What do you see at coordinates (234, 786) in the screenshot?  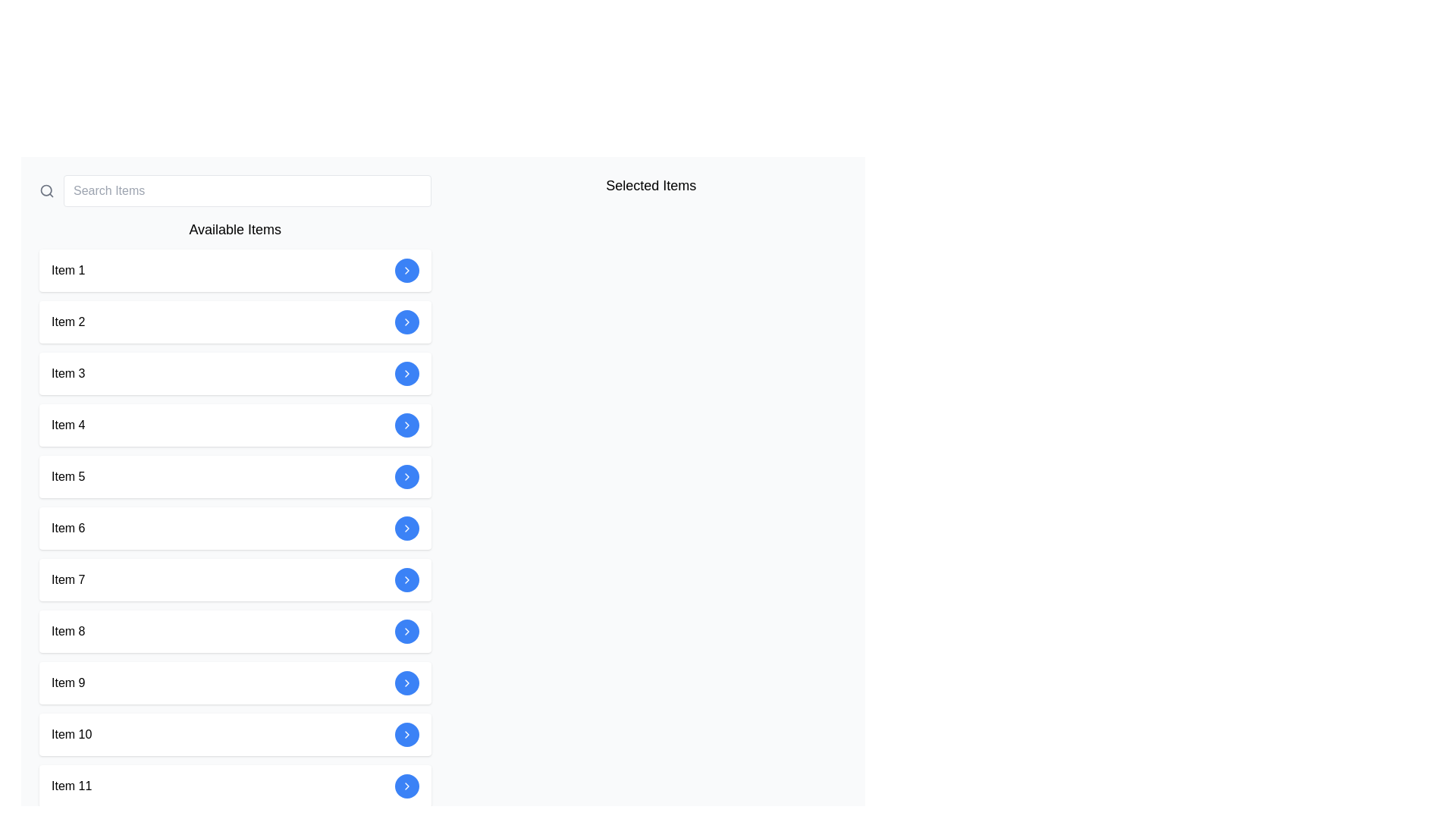 I see `the list item labeled 'Item 11' which features a blue circular button with an arrow symbol on the right side` at bounding box center [234, 786].